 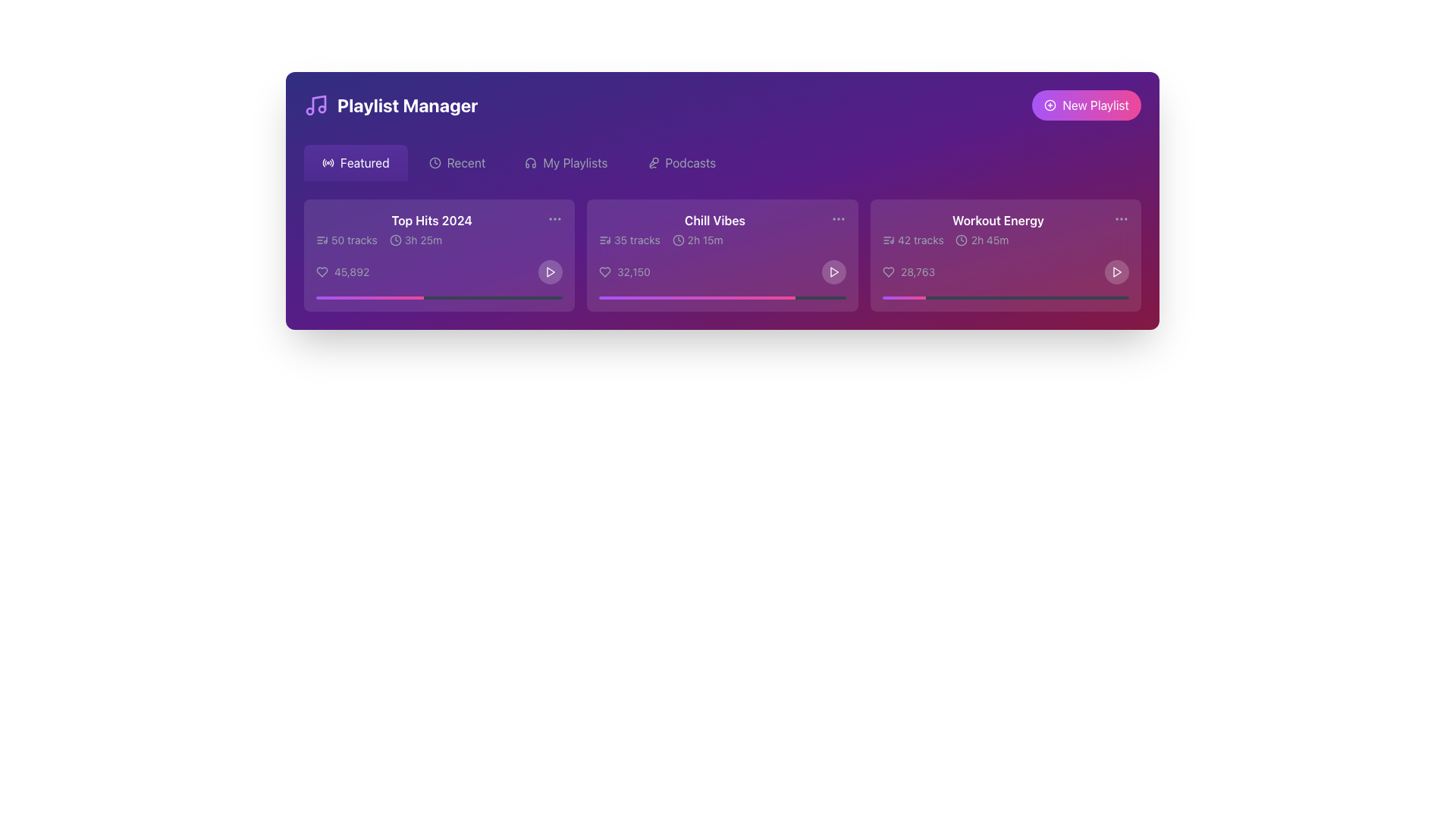 I want to click on the progress visually on the filled portion of the progress bar segment for the 'Workout Energy' playlist, located to the right of the progress bars in the cards 'Top Hits 2024' and 'Chill Vibes', so click(x=904, y=298).